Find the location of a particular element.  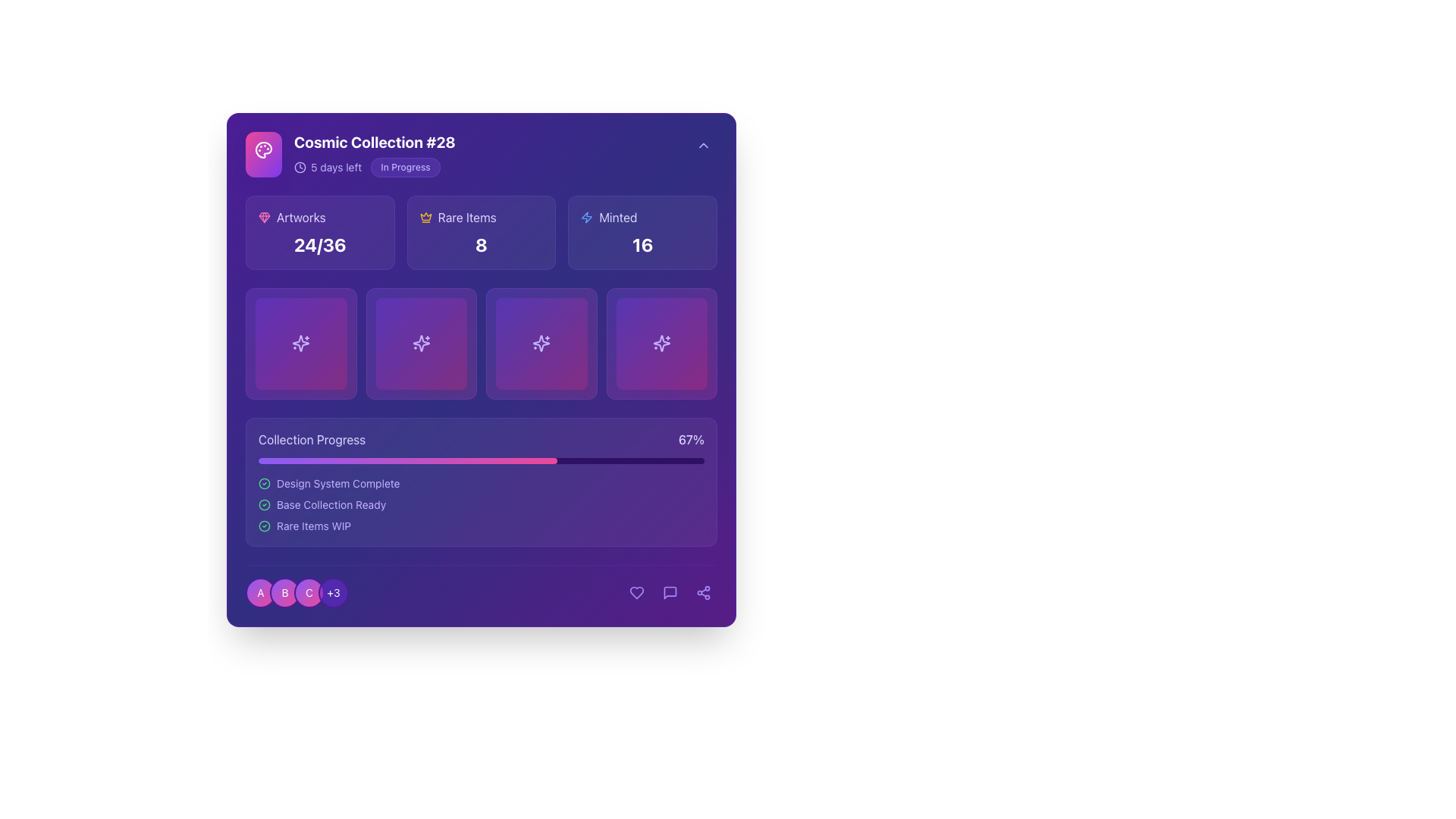

the heart icon located at the bottom-right corner of the interface is located at coordinates (637, 591).